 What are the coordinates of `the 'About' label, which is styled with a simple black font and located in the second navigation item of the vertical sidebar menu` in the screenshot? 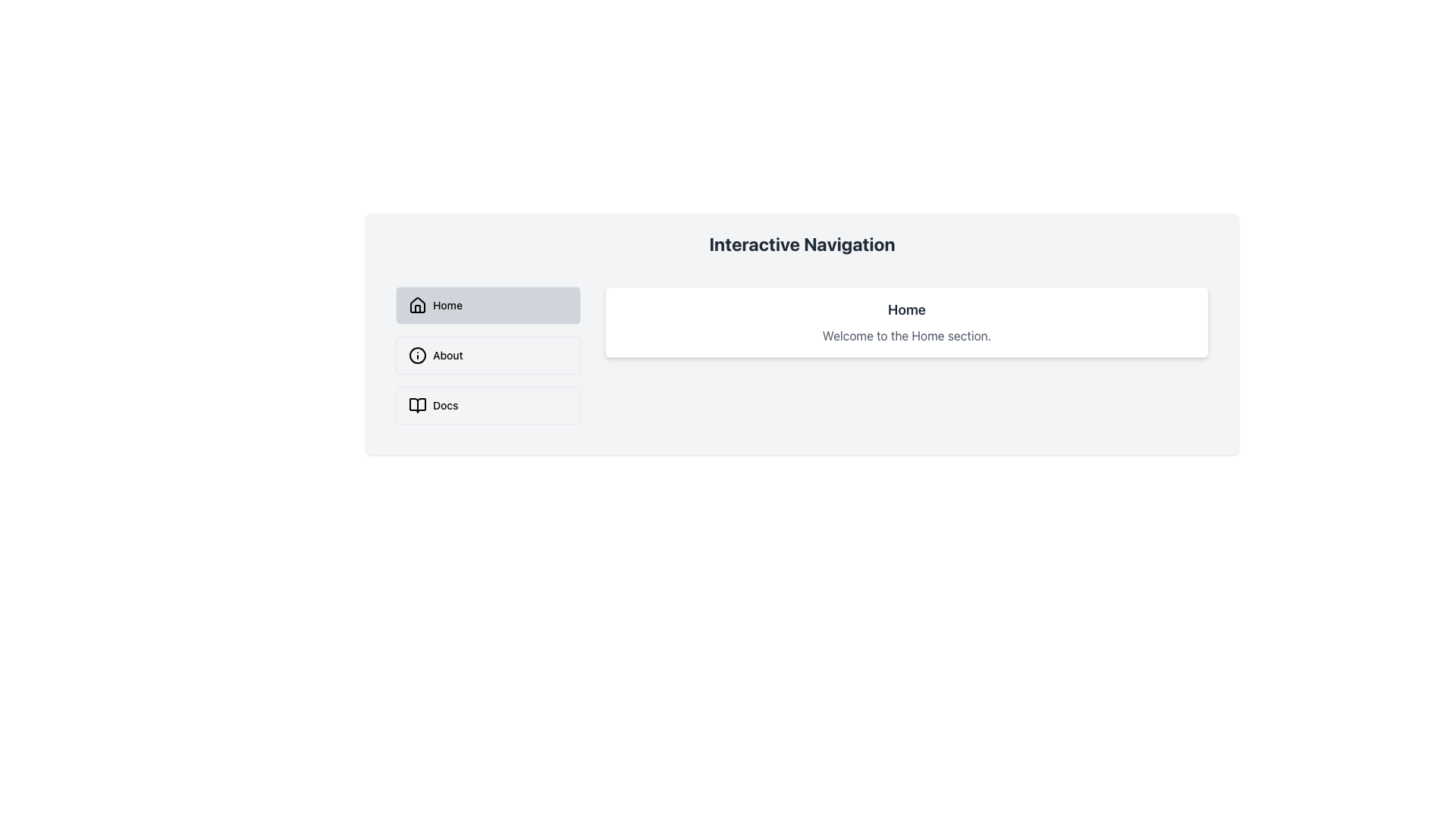 It's located at (447, 356).